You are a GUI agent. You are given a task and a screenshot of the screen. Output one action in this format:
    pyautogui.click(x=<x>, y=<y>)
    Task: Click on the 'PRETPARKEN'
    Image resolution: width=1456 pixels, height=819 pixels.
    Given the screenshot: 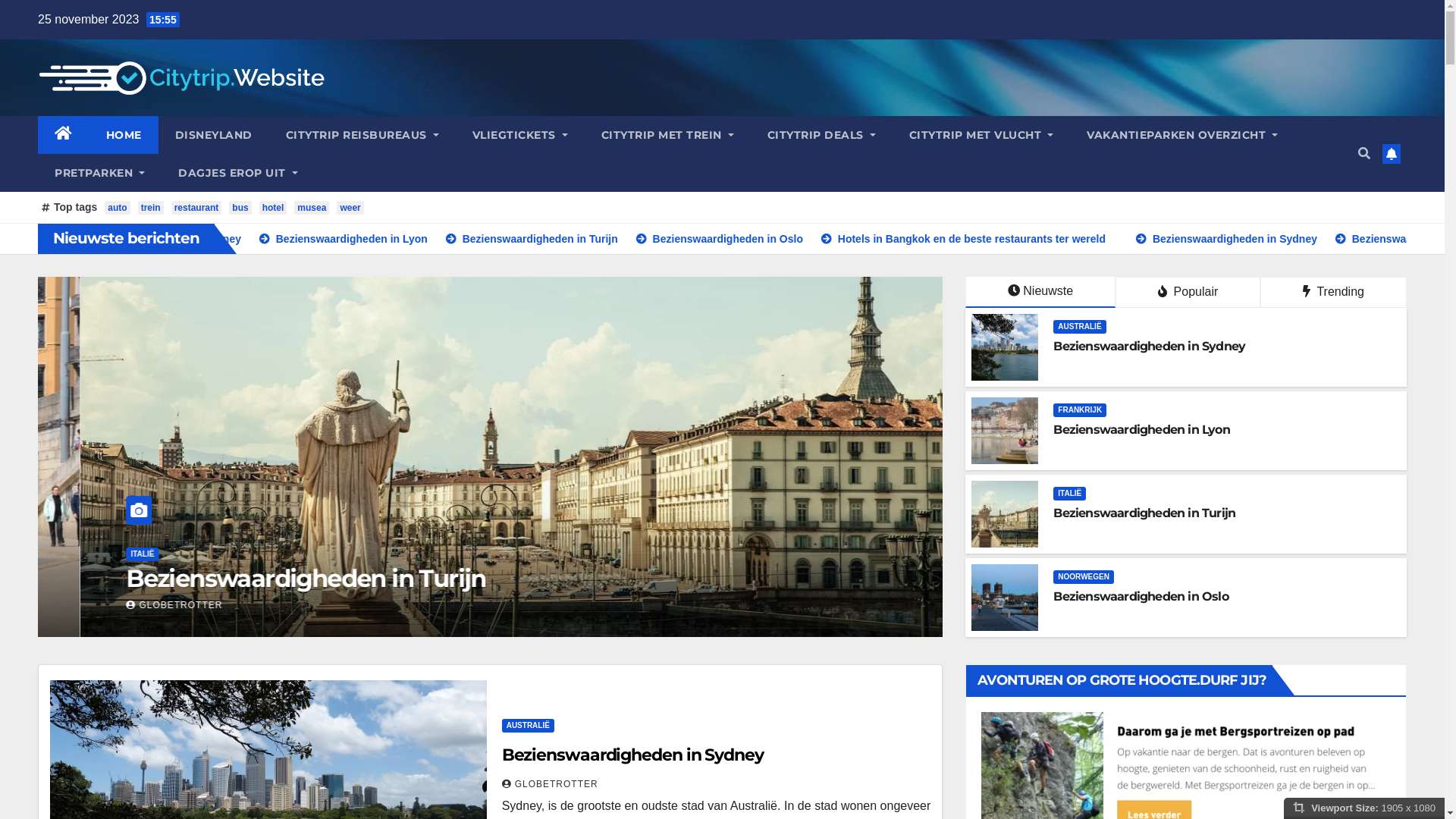 What is the action you would take?
    pyautogui.click(x=99, y=171)
    